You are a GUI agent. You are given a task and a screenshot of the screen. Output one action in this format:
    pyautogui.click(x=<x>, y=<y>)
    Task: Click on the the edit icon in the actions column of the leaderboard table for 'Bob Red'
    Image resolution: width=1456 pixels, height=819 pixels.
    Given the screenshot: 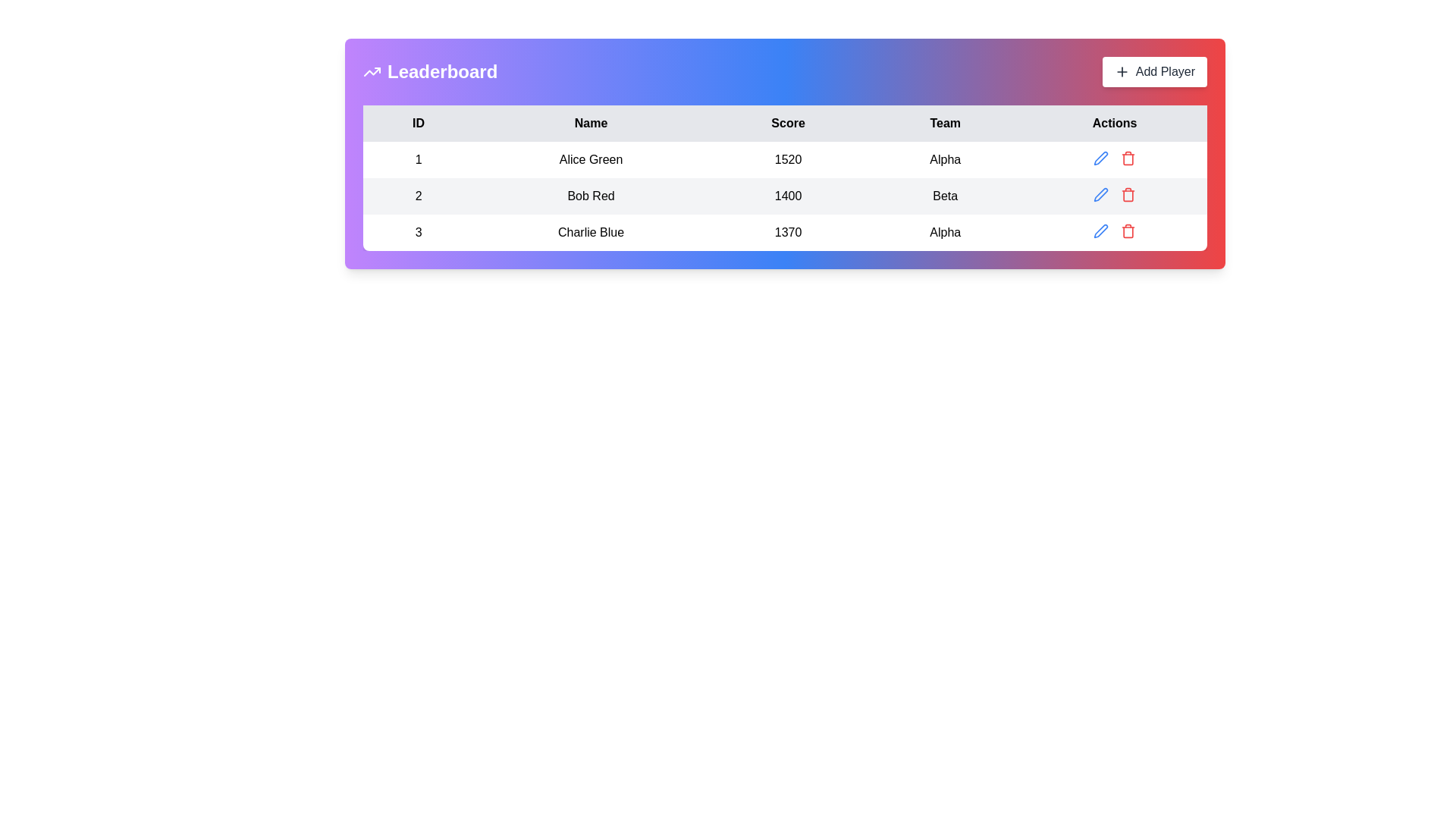 What is the action you would take?
    pyautogui.click(x=1101, y=194)
    